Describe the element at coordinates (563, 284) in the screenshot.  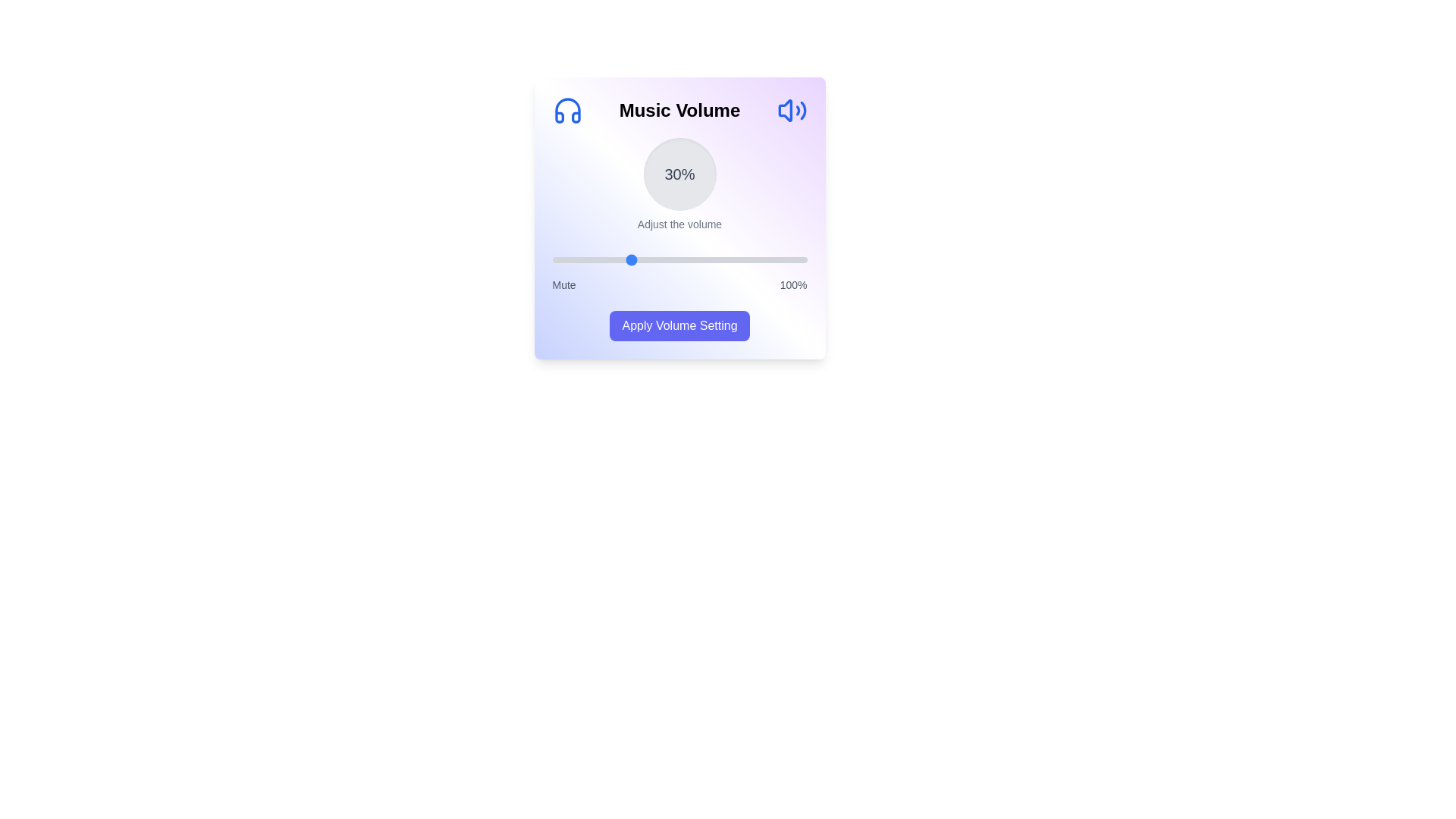
I see `the Mute label to trigger its action` at that location.